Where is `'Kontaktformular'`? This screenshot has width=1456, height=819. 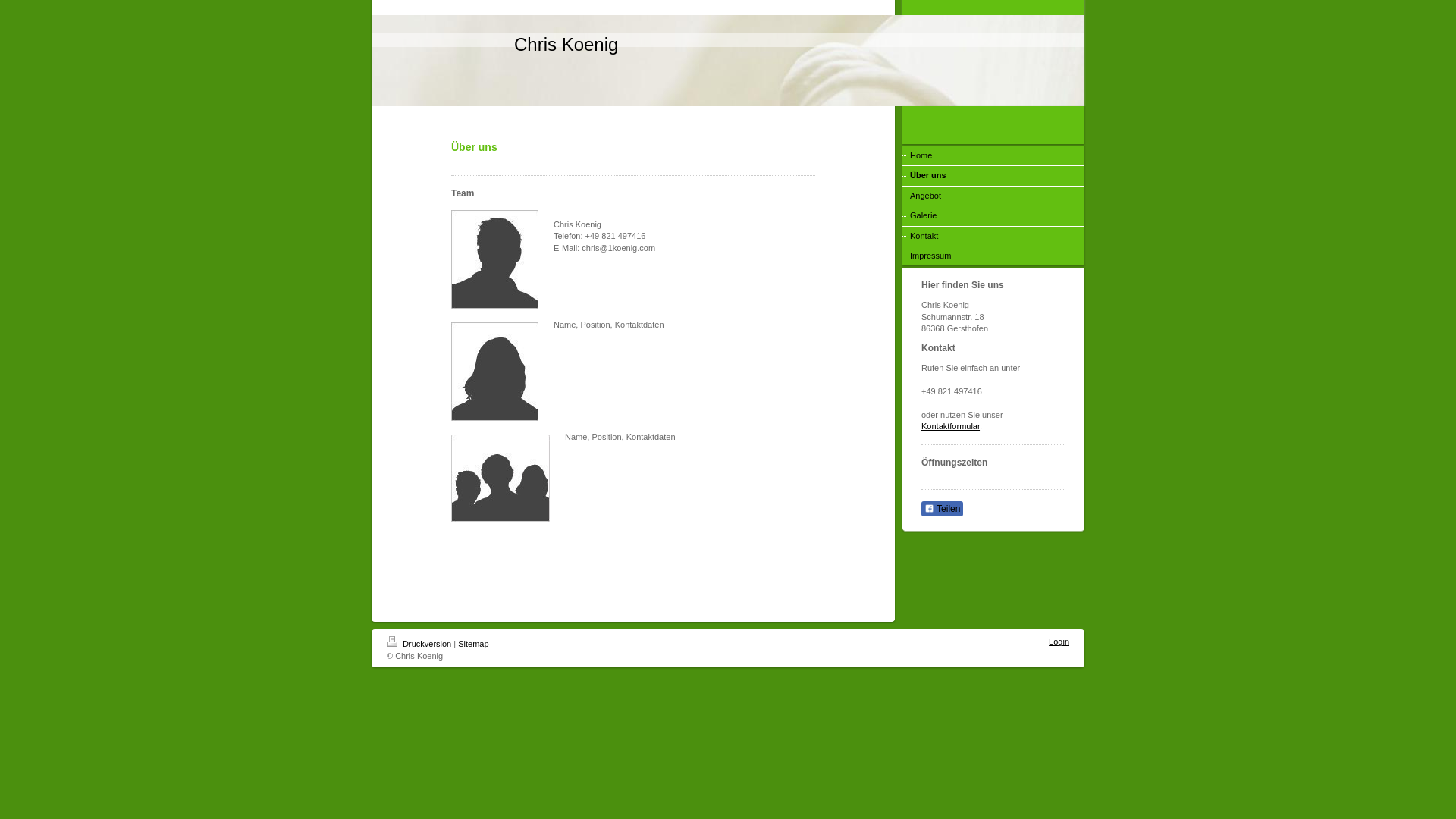
'Kontaktformular' is located at coordinates (949, 426).